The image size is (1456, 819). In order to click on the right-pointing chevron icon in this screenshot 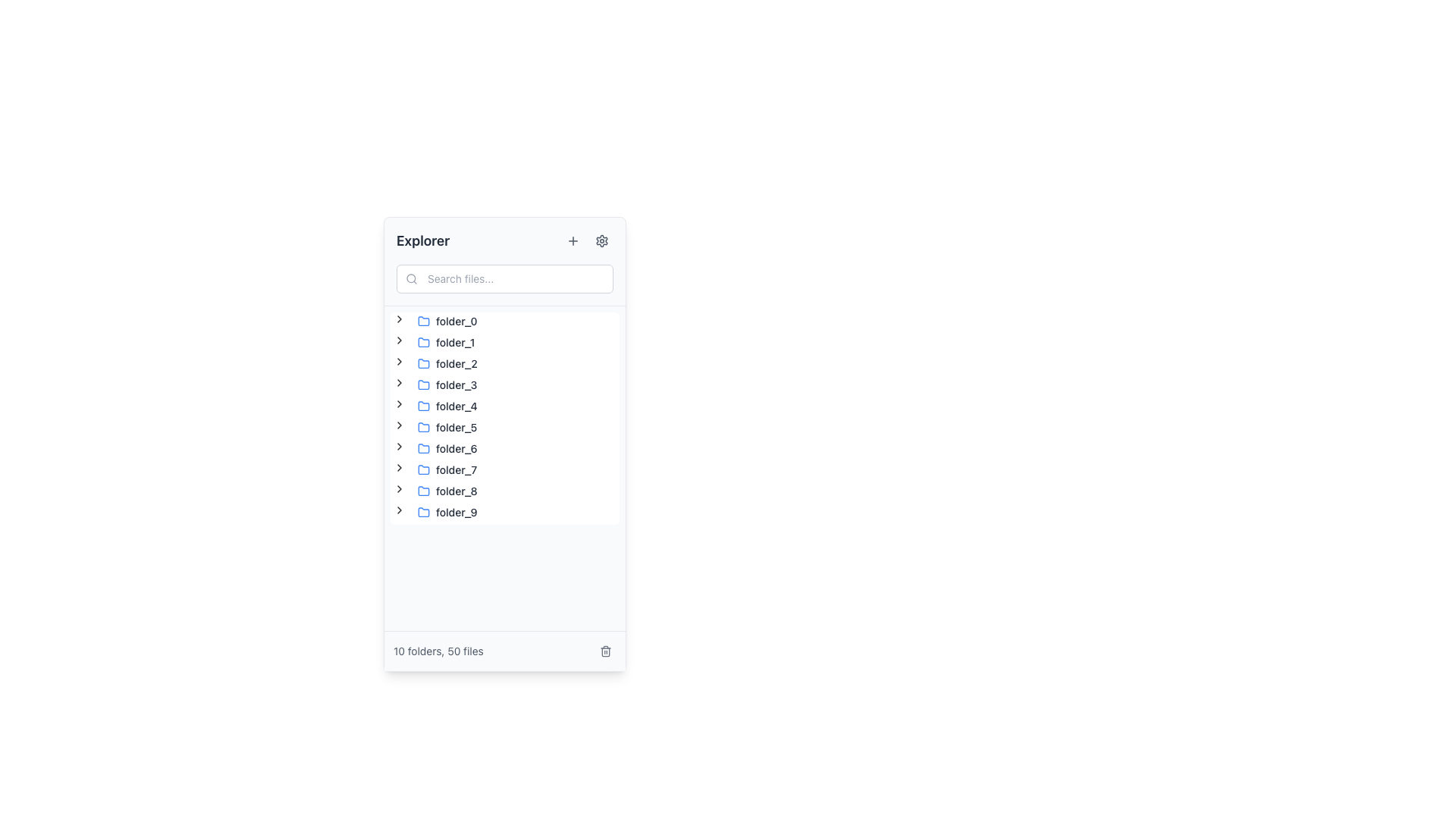, I will do `click(400, 318)`.